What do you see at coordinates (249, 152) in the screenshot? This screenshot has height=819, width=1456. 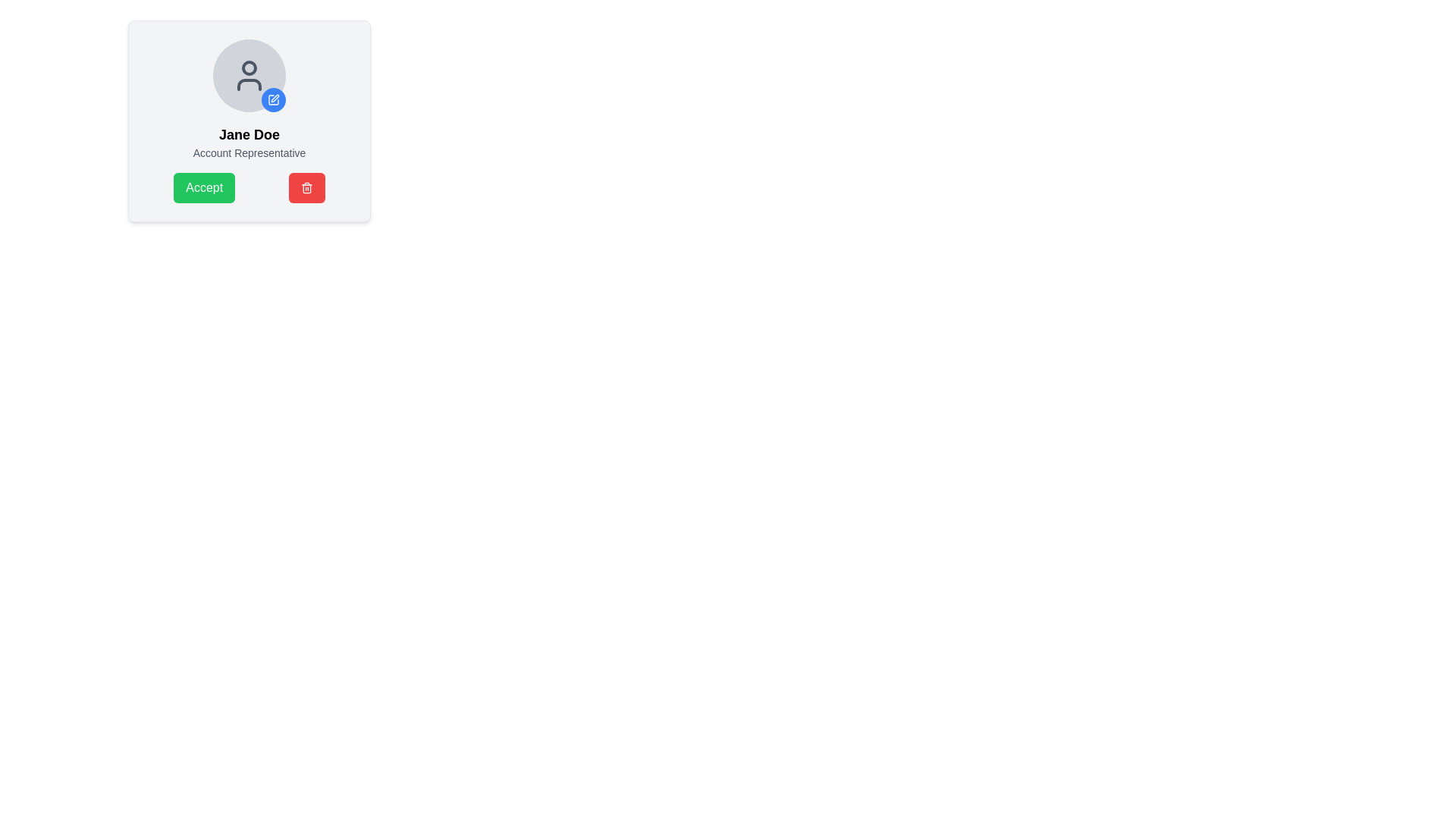 I see `the text label that displays 'Account Representative', which is styled in small, gray text located directly below the 'Jane Doe' text label in the card layout` at bounding box center [249, 152].